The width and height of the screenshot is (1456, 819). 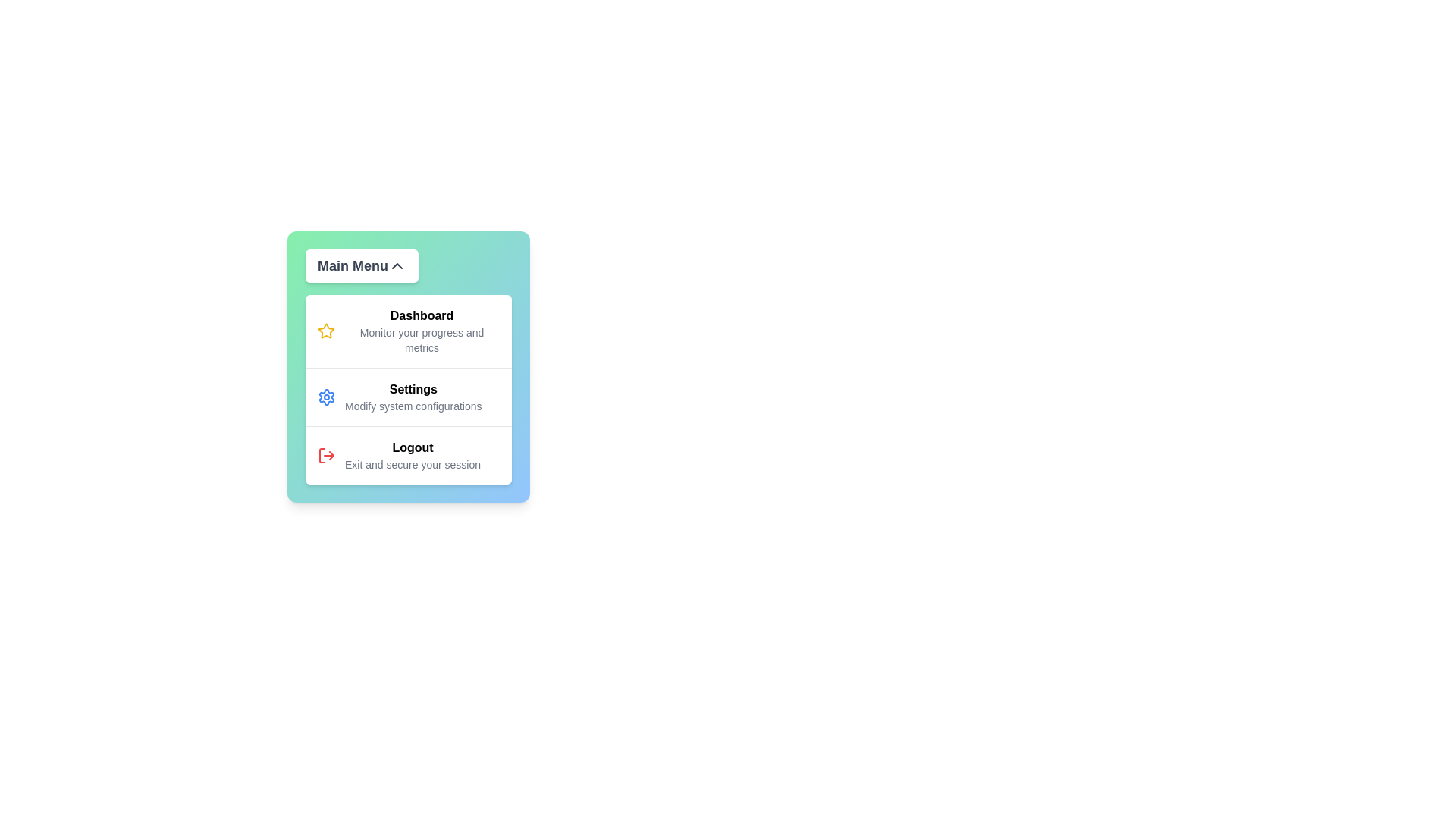 I want to click on the menu item Logout to interact with it, so click(x=408, y=454).